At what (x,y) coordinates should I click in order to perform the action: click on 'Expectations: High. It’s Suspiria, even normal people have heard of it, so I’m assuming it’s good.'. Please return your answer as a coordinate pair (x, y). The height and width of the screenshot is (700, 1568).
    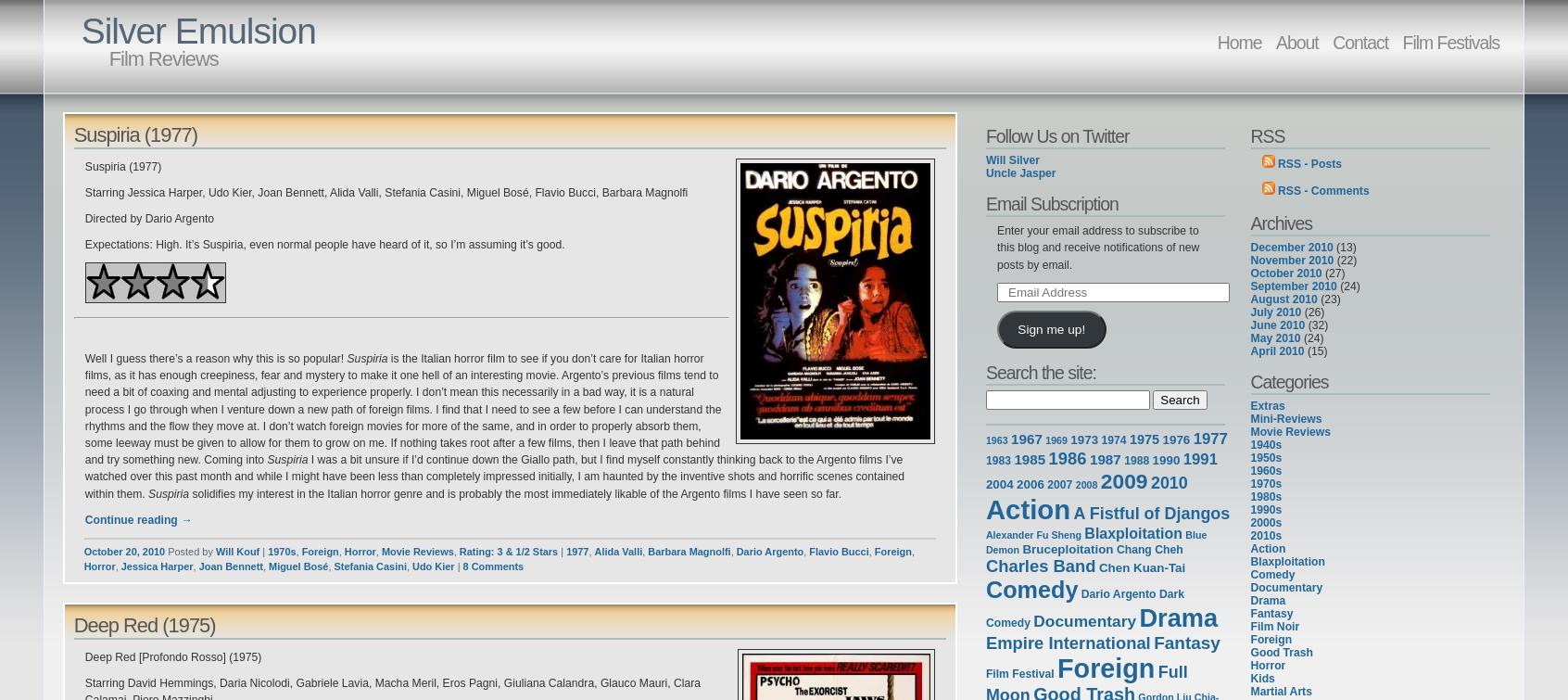
    Looking at the image, I should click on (323, 243).